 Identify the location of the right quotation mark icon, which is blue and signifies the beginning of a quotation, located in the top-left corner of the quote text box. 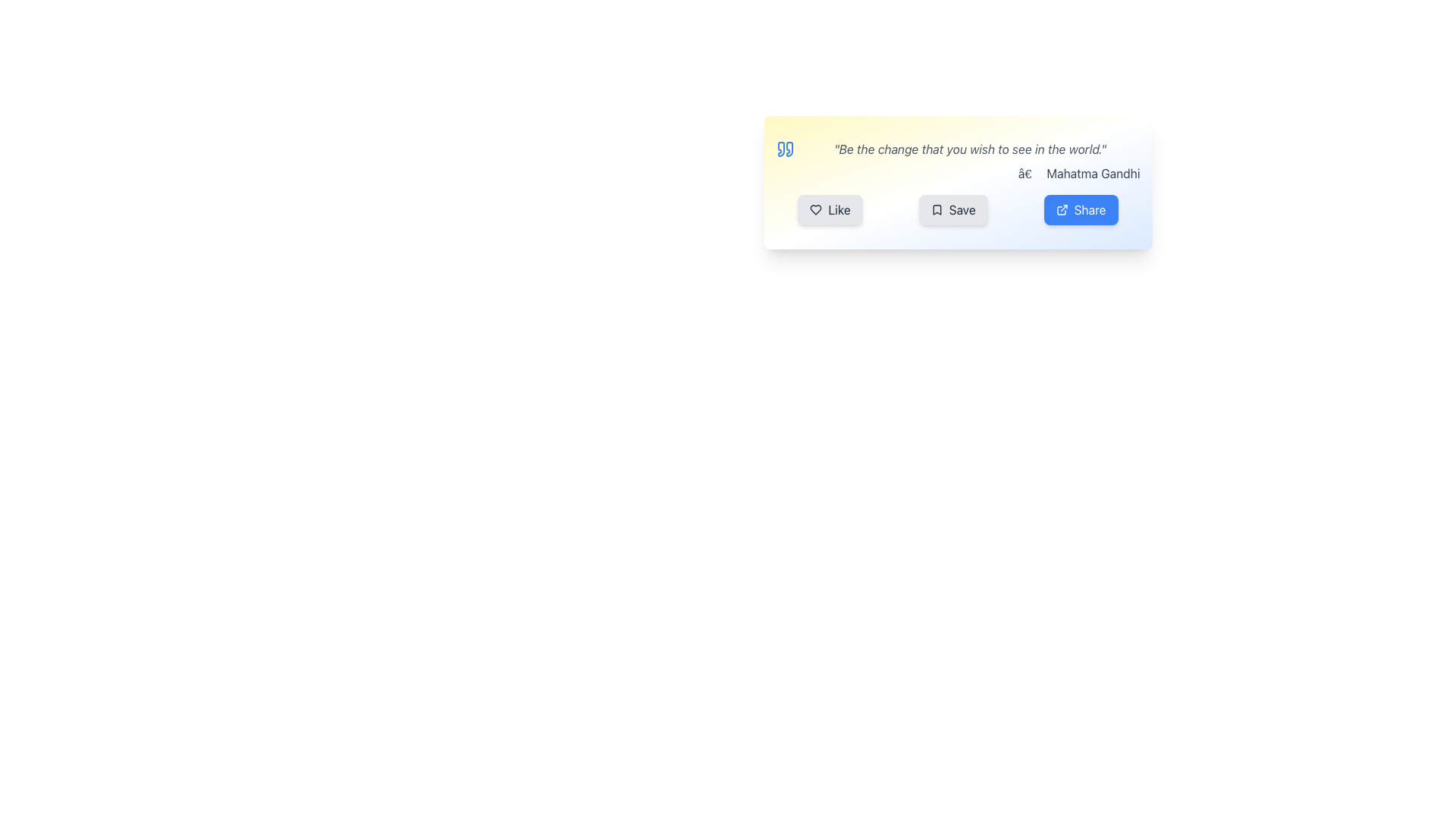
(789, 149).